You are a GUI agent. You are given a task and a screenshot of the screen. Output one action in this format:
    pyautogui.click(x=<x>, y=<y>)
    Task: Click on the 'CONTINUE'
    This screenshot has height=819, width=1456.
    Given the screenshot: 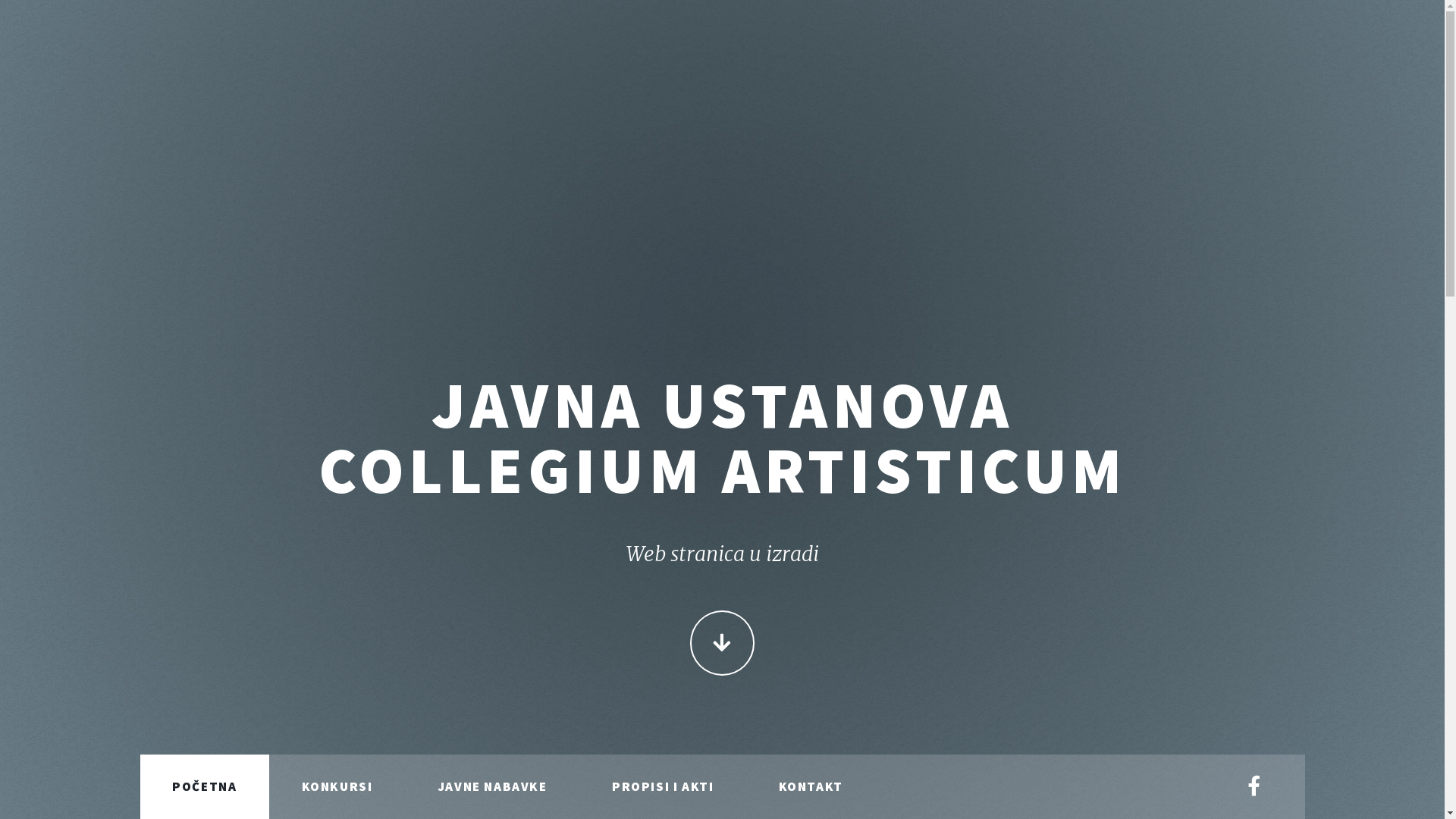 What is the action you would take?
    pyautogui.click(x=721, y=642)
    